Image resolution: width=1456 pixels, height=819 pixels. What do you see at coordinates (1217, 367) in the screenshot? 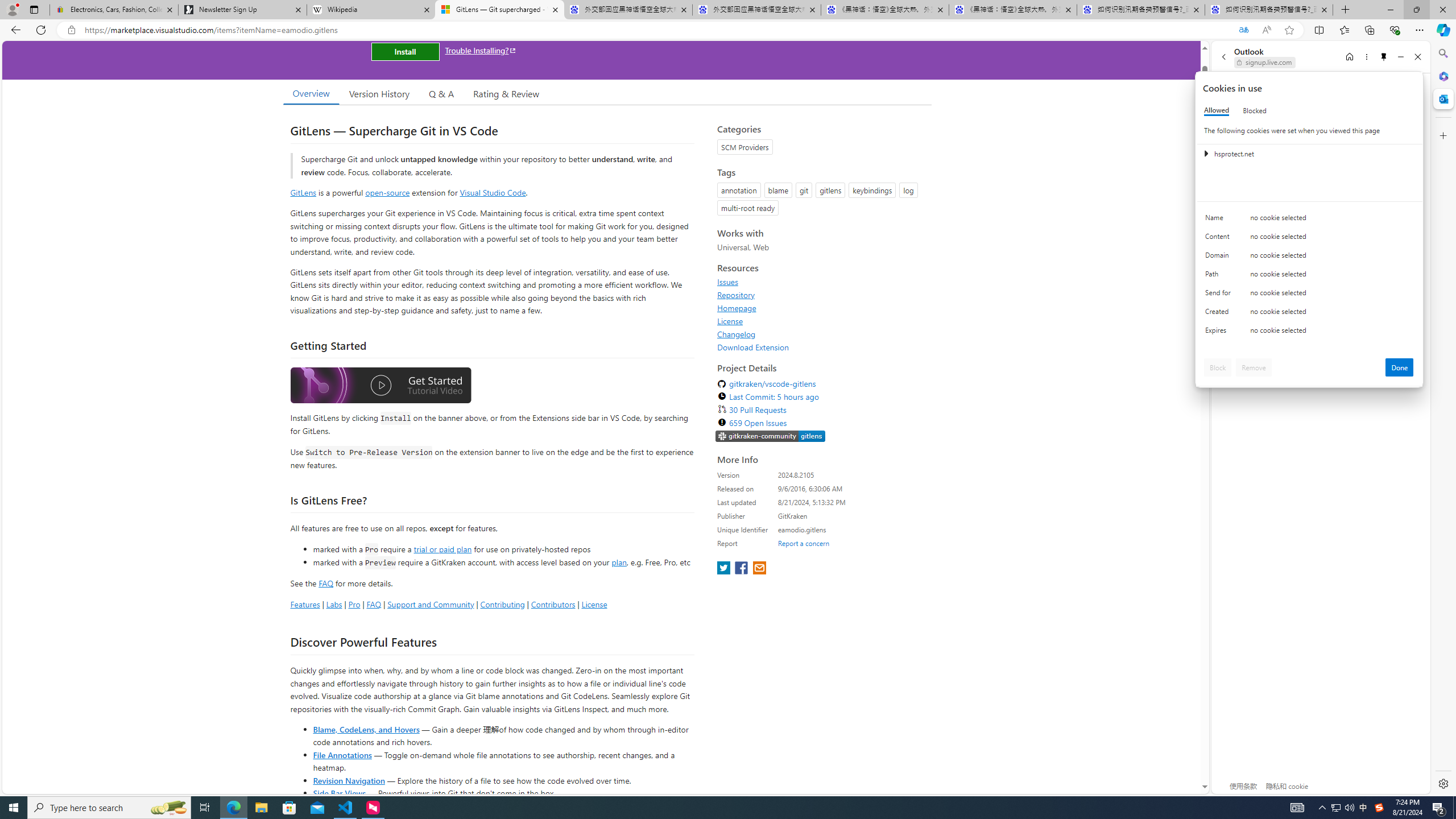
I see `'Block'` at bounding box center [1217, 367].